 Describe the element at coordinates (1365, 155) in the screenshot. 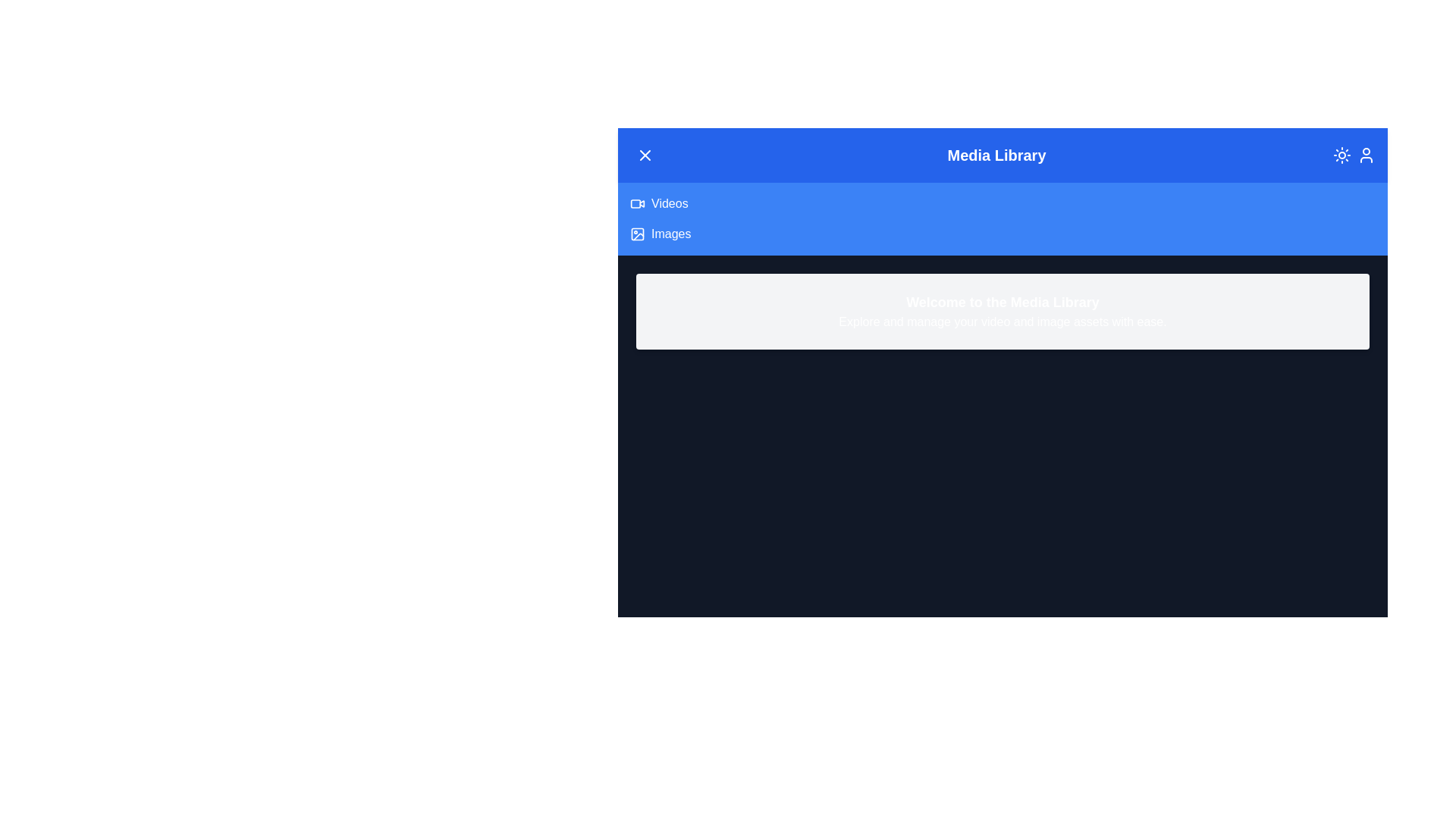

I see `the user profile icon in the top-right corner of the app bar to access user profile options` at that location.